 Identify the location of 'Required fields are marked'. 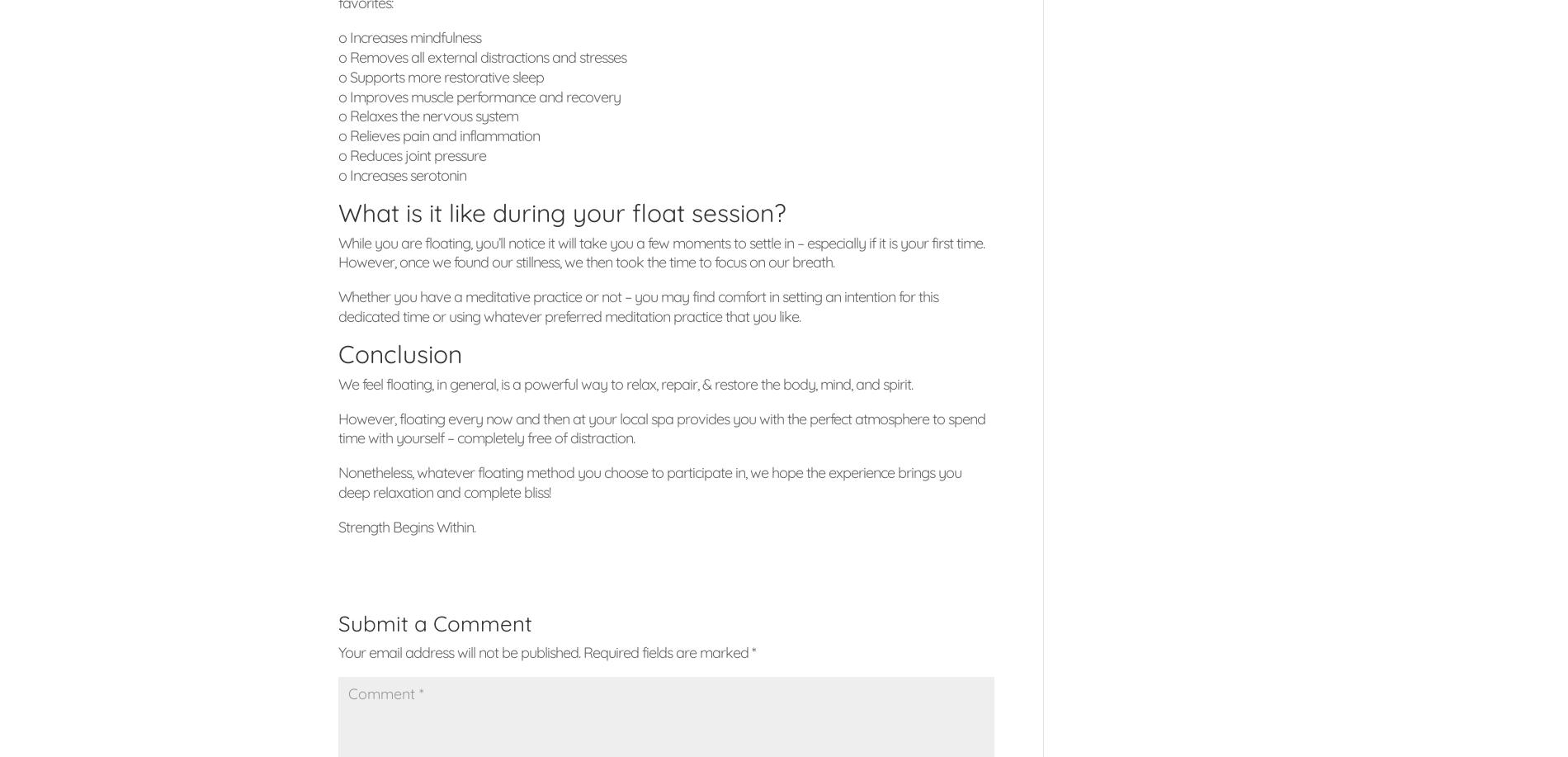
(583, 651).